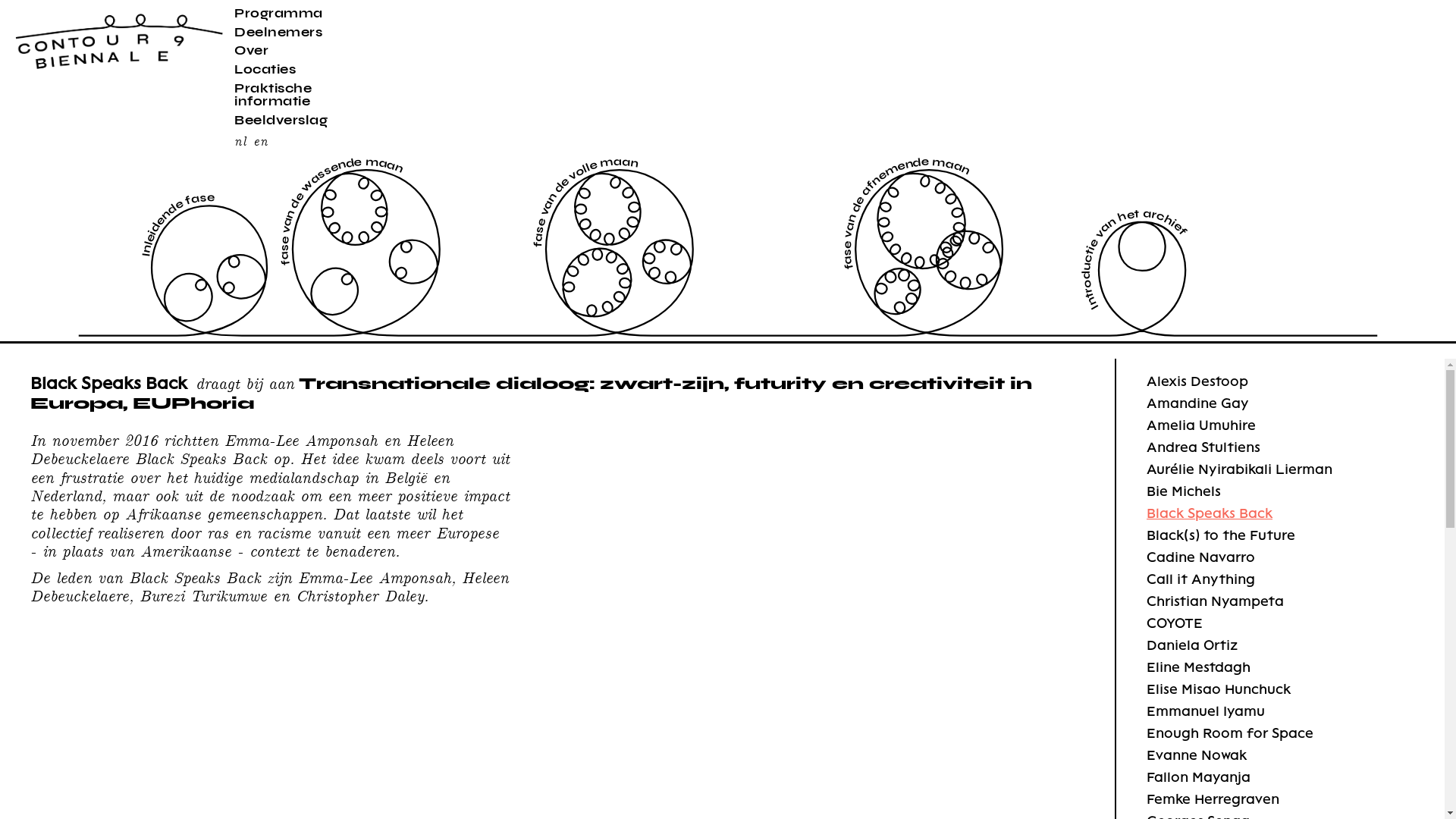  I want to click on 'Alexis Destoop', so click(1197, 380).